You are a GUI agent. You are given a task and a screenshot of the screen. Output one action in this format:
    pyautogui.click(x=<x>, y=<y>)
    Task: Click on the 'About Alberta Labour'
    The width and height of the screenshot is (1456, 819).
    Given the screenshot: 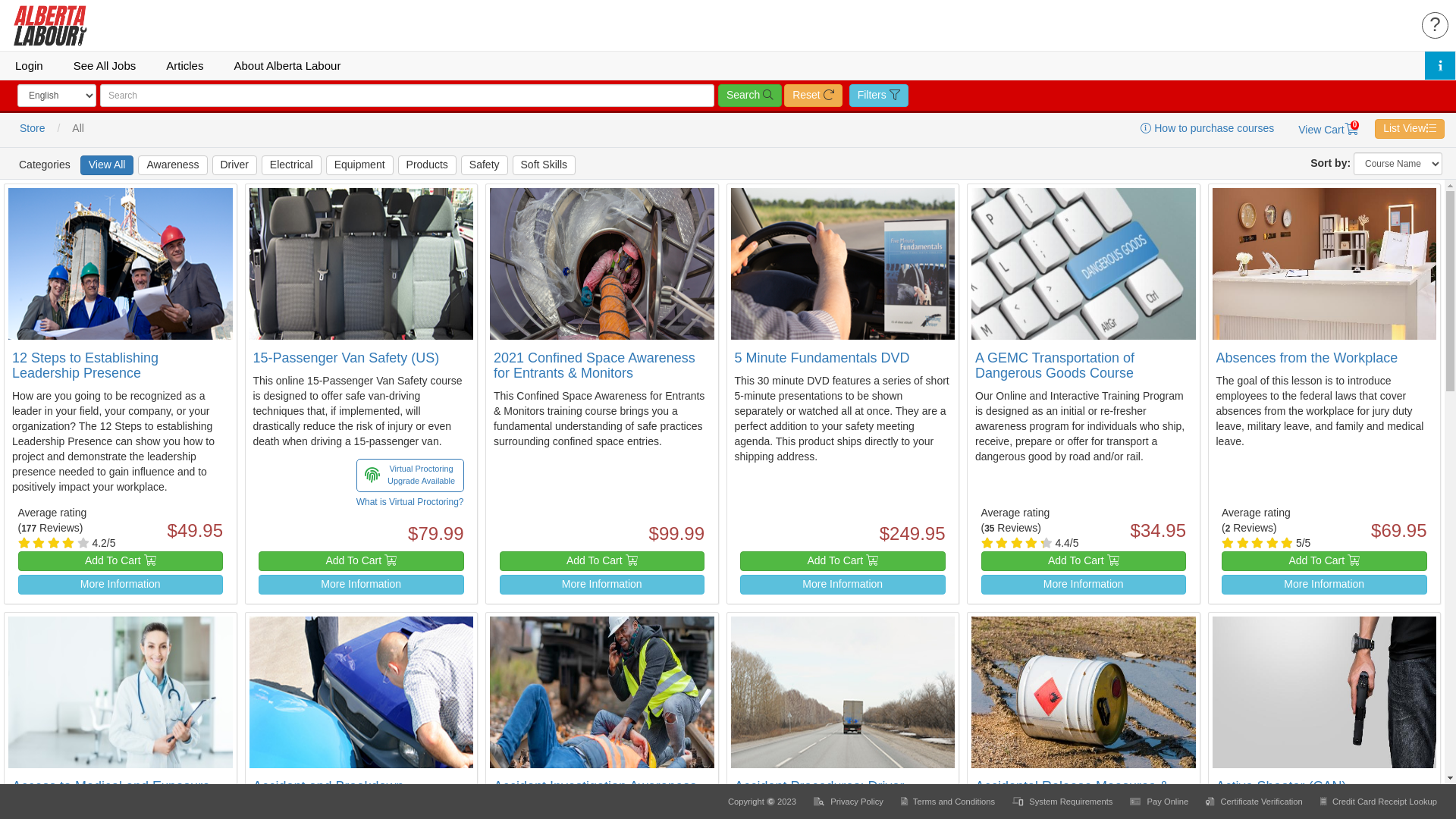 What is the action you would take?
    pyautogui.click(x=287, y=64)
    